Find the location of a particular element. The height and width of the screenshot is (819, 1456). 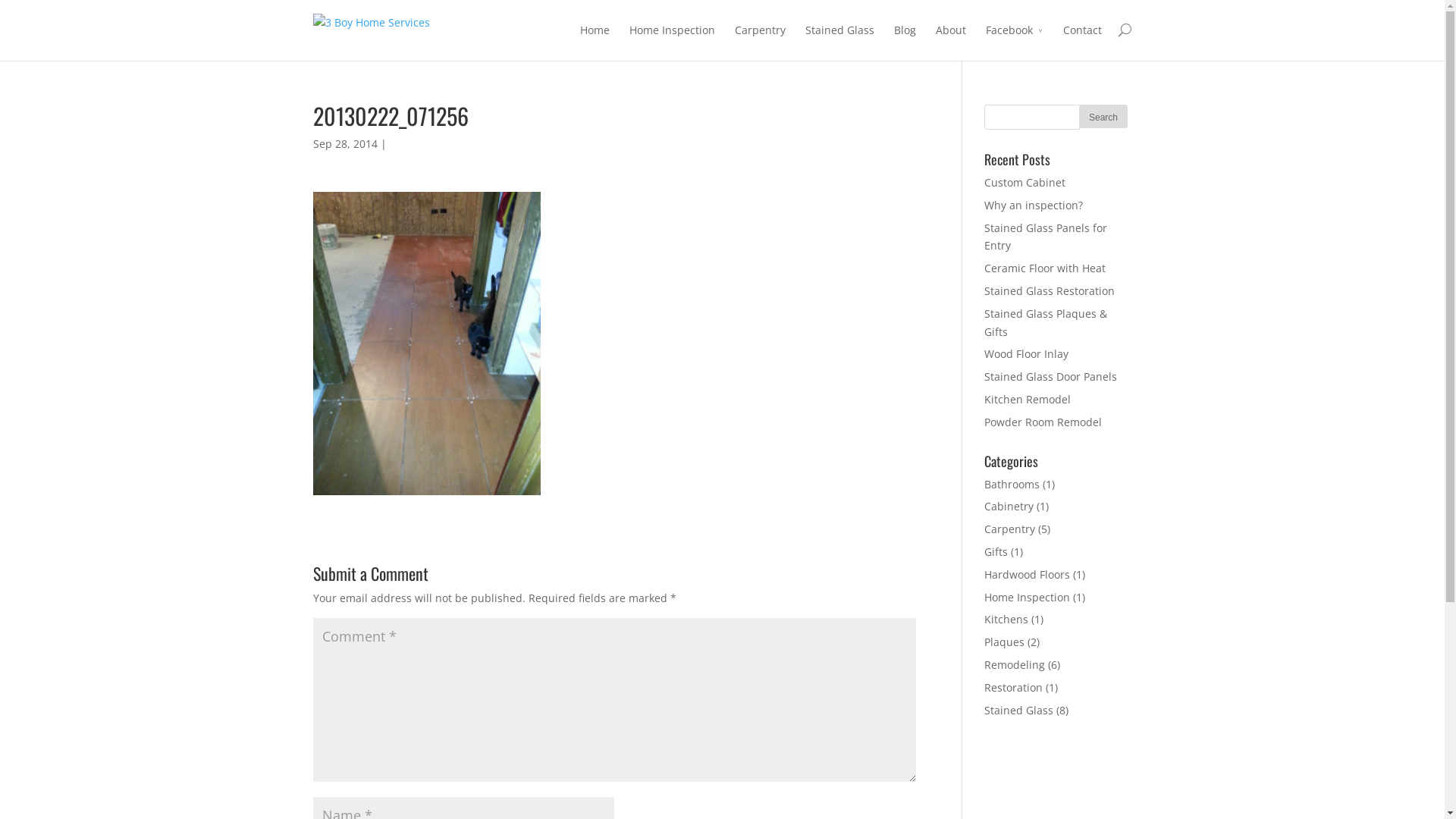

'Home Inspection' is located at coordinates (1027, 596).